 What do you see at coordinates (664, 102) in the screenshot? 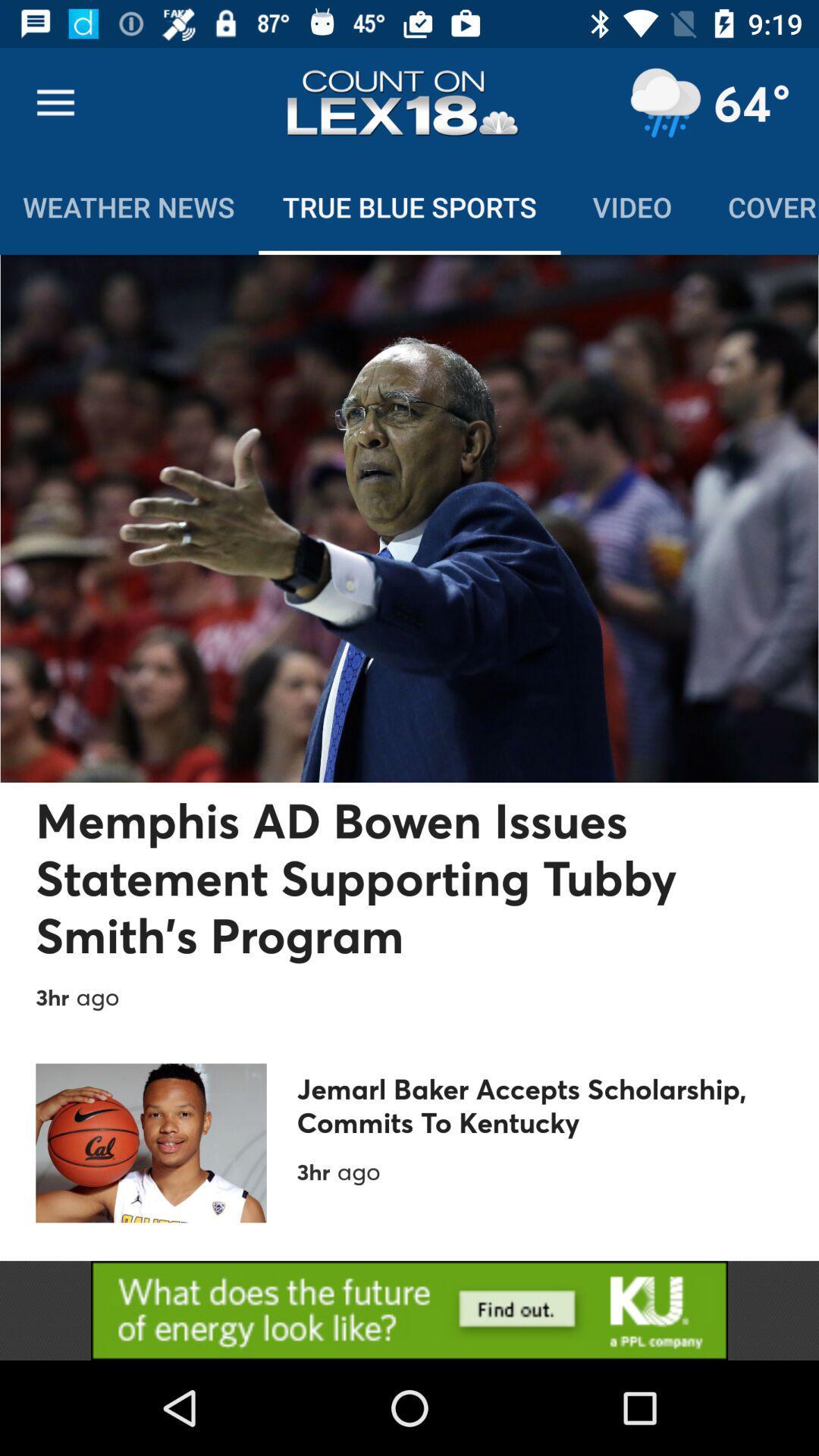
I see `weather` at bounding box center [664, 102].